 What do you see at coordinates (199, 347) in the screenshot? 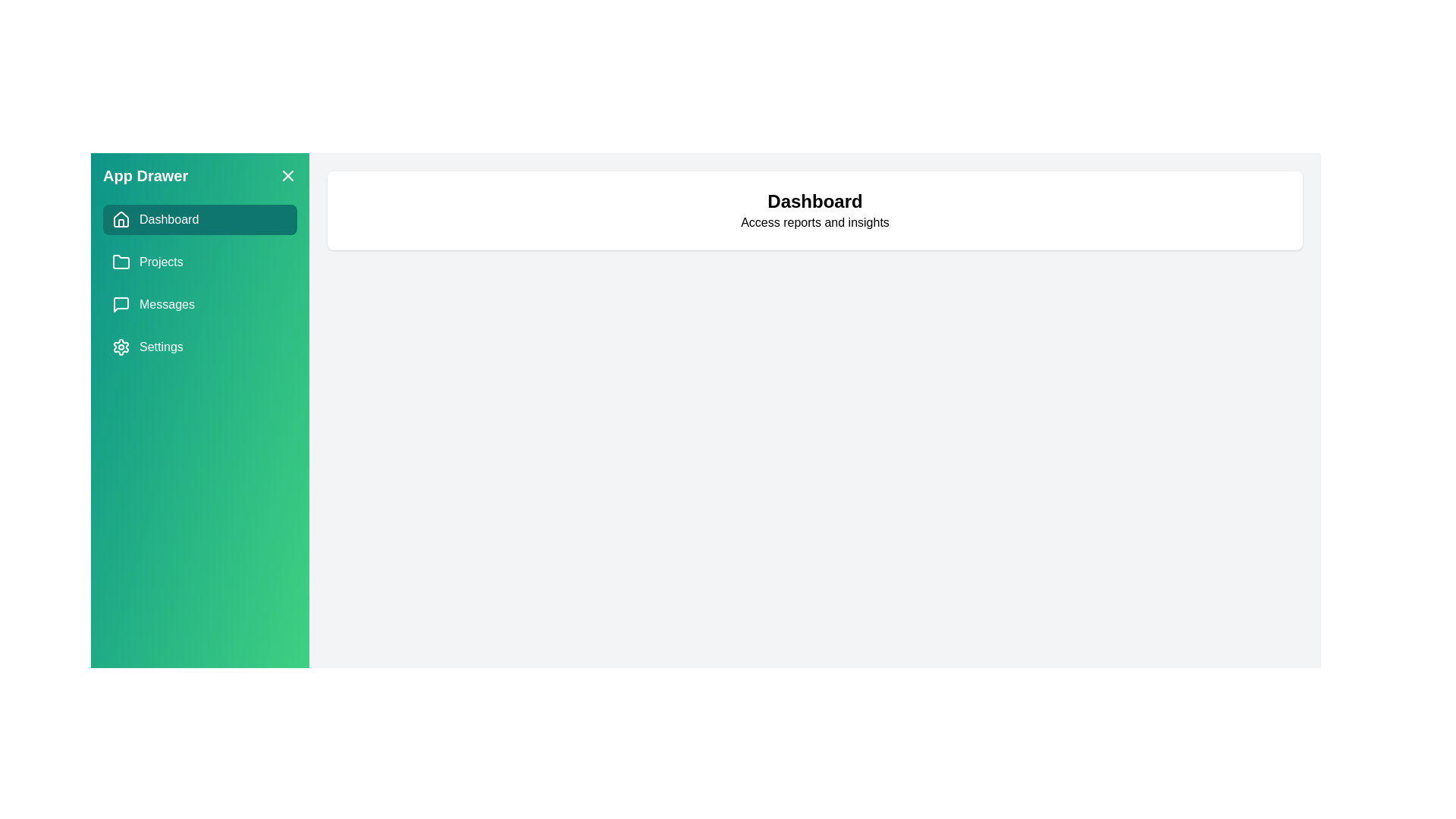
I see `the menu item Settings from the drawer` at bounding box center [199, 347].